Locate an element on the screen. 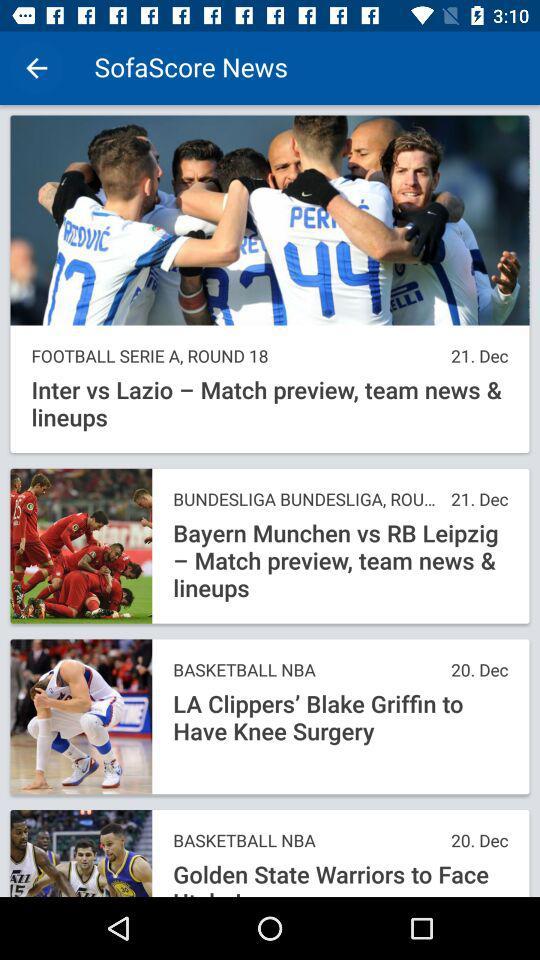 The height and width of the screenshot is (960, 540). the item below the basketball nba  icon is located at coordinates (339, 878).